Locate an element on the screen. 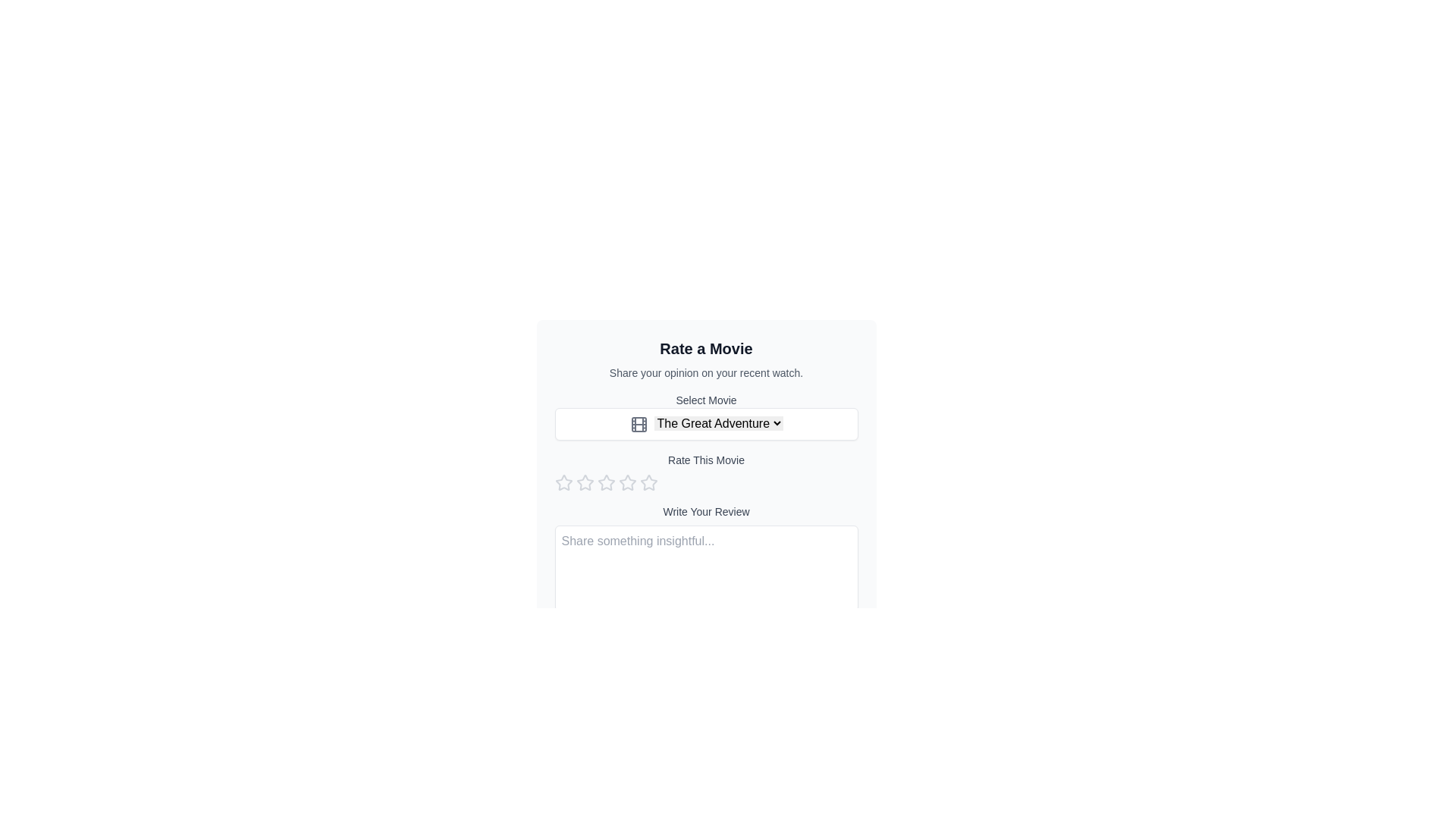  the fourth star-shaped icon in the rating system is located at coordinates (627, 482).